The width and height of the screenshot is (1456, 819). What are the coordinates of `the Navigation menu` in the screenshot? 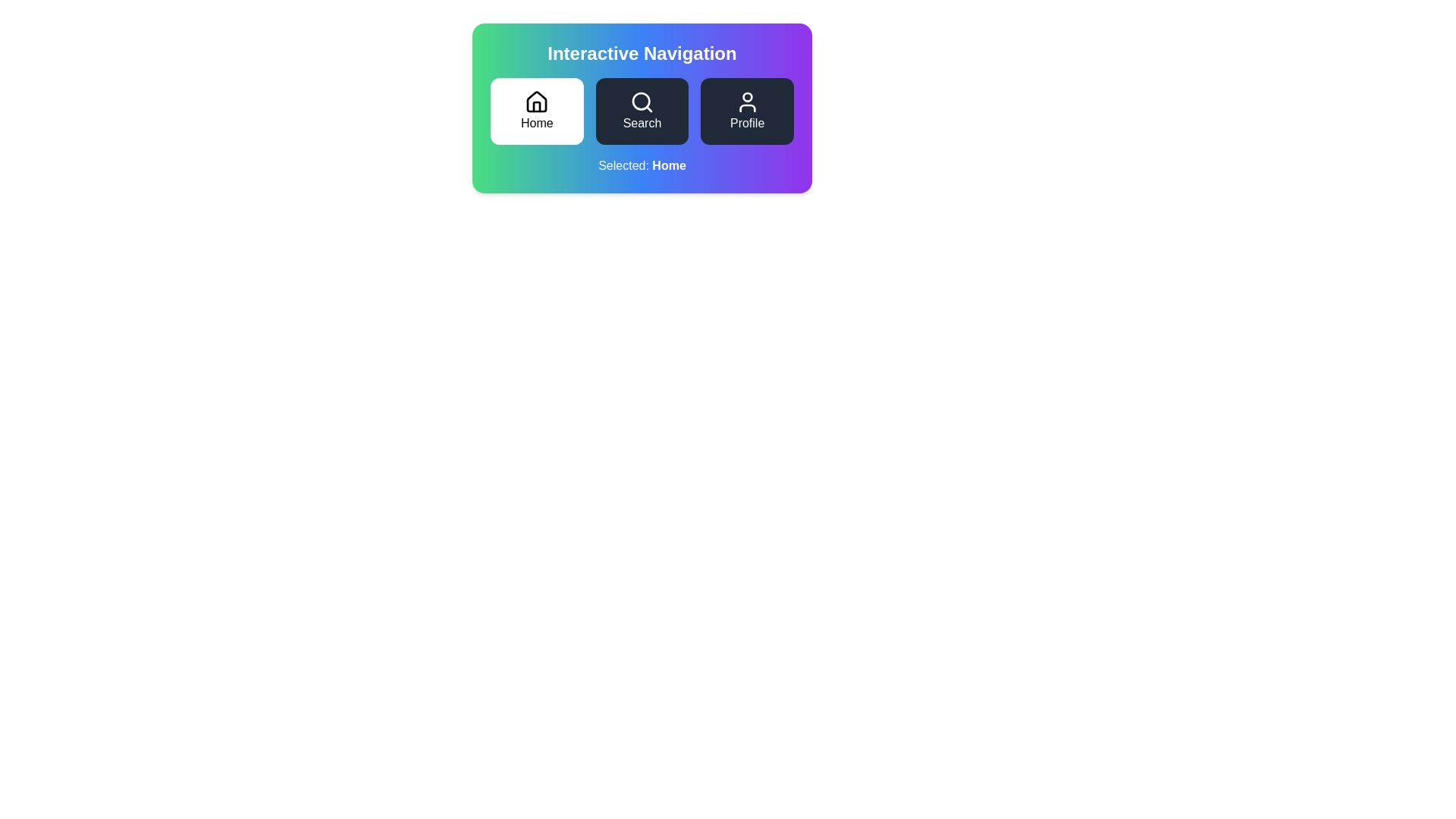 It's located at (642, 110).